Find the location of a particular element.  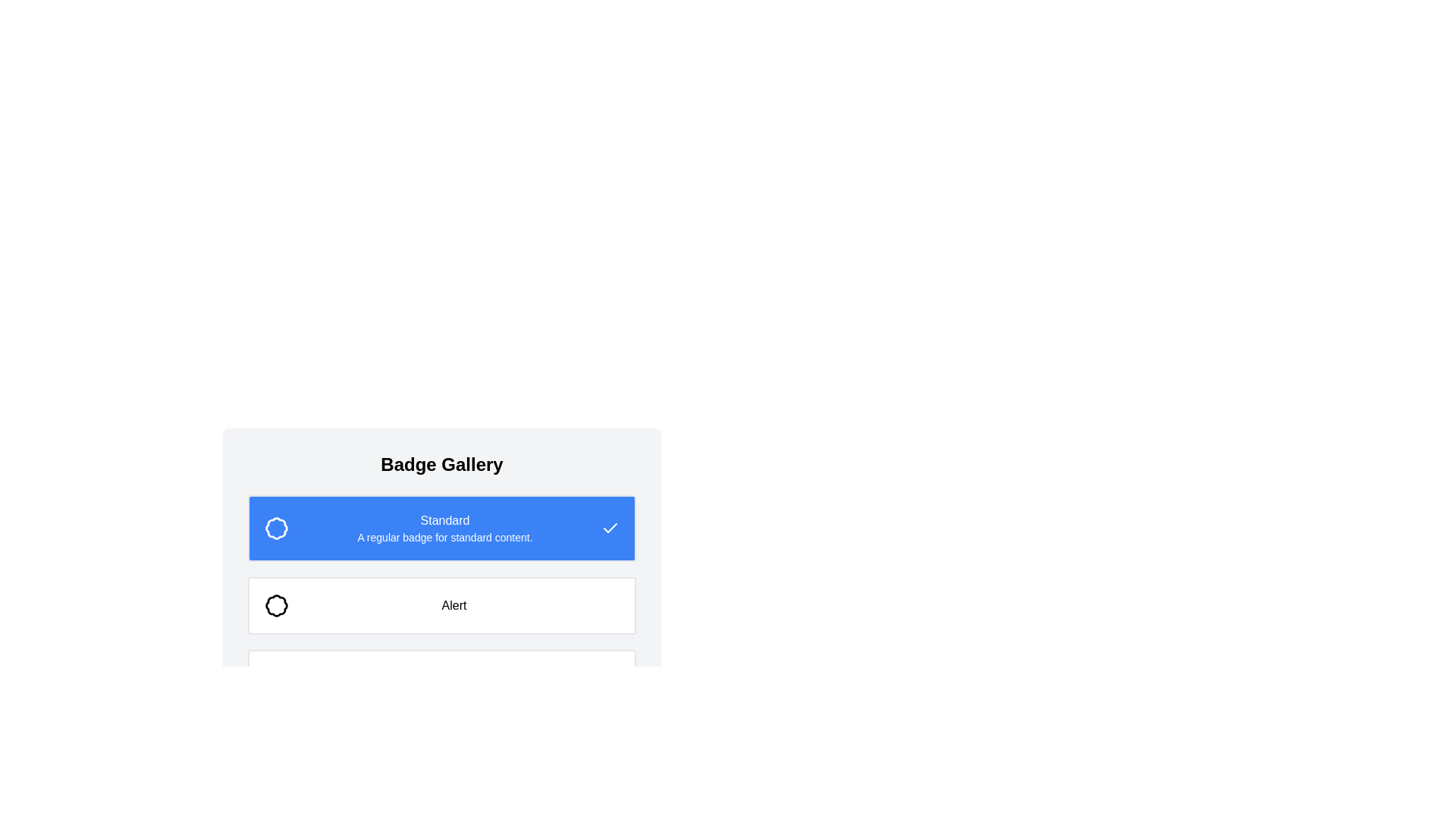

the descriptive label text for the 'Standard' badge, which is located directly beneath the 'Standard' text and is centrally aligned within the blue-highlighted section is located at coordinates (444, 537).